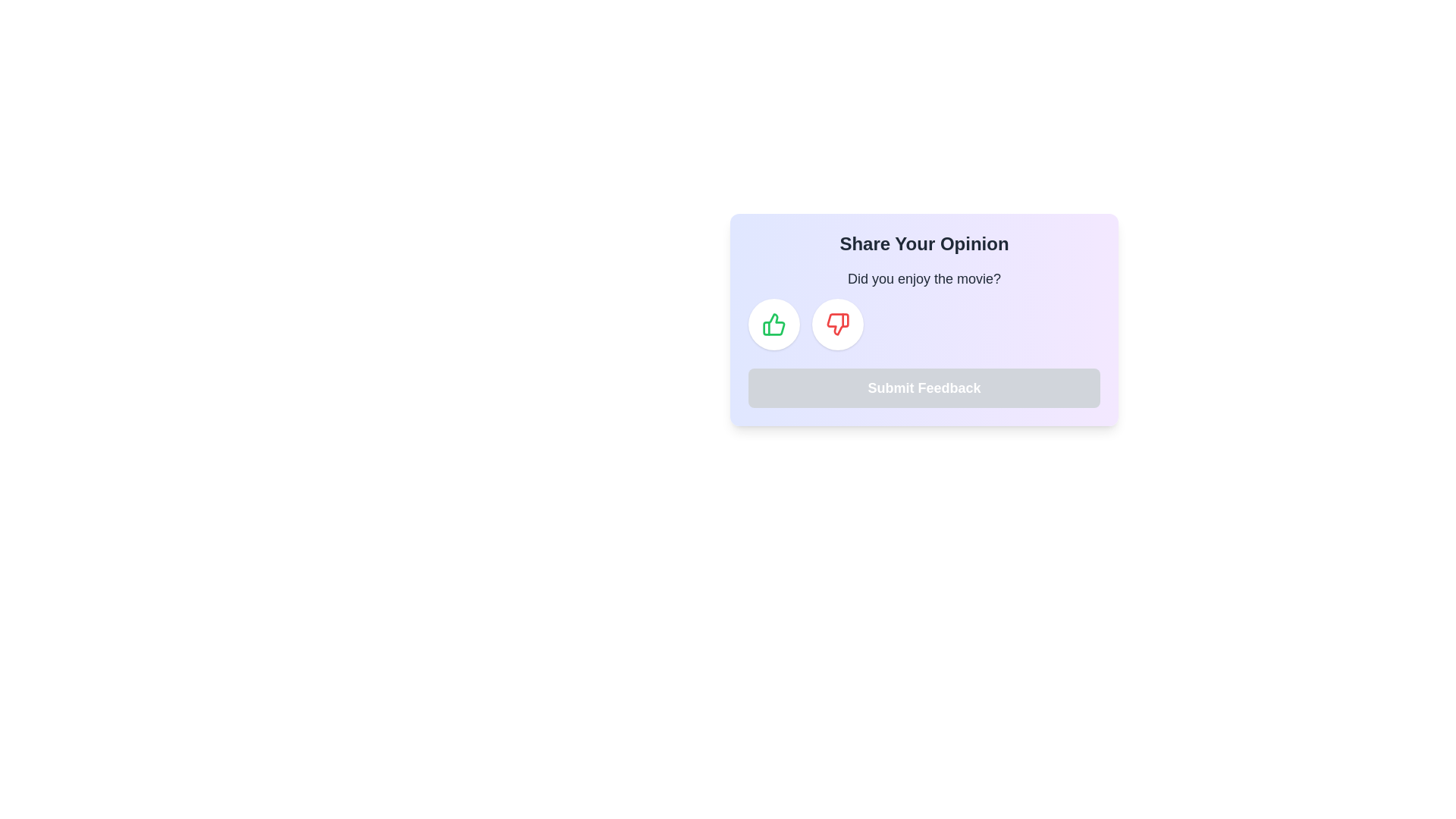 This screenshot has height=819, width=1456. Describe the element at coordinates (924, 278) in the screenshot. I see `the Static Text Display element that asks 'Did you enjoy the movie?', which is prominently positioned at the top of the feedback interface` at that location.